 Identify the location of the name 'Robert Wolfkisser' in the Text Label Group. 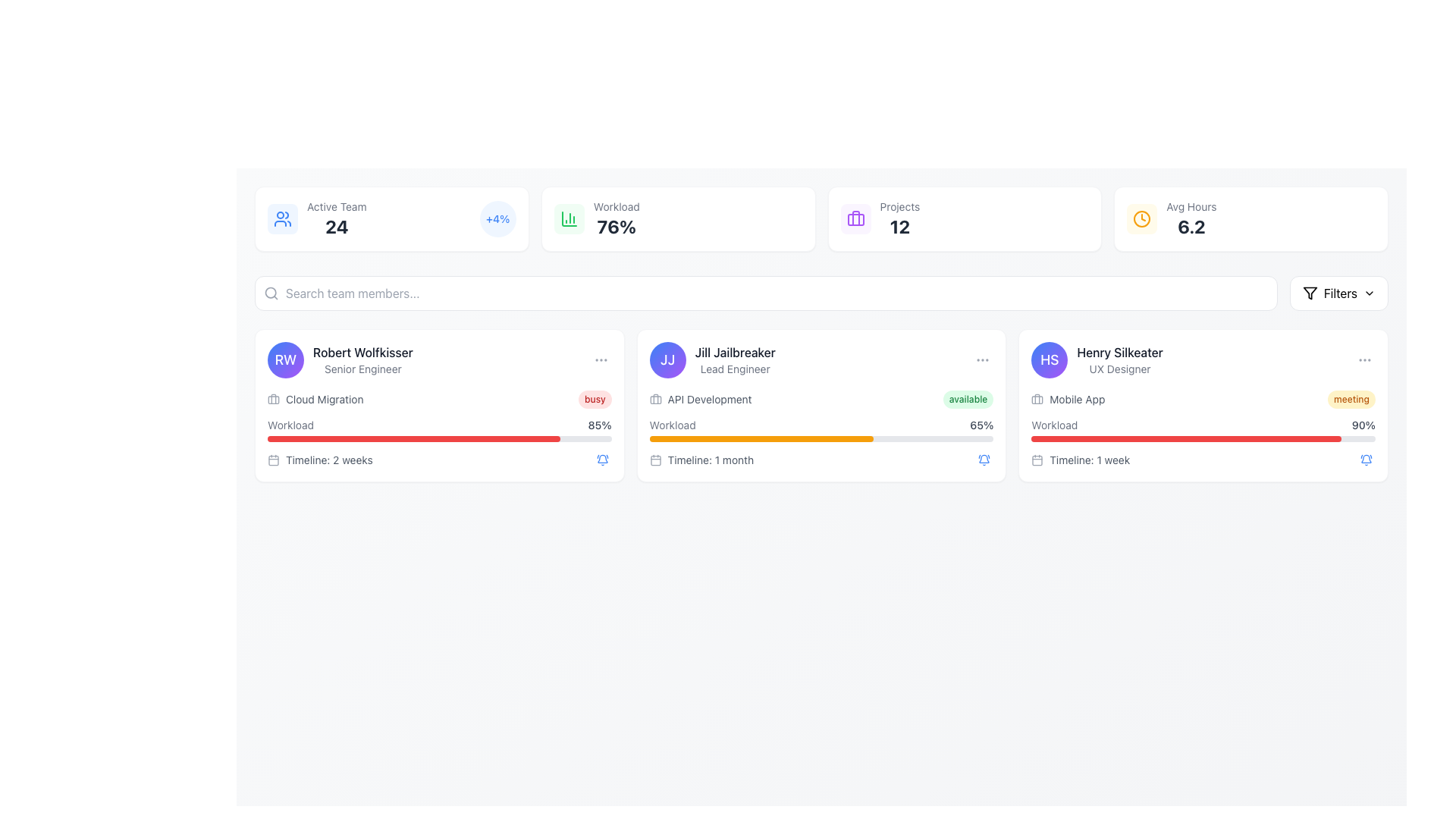
(362, 359).